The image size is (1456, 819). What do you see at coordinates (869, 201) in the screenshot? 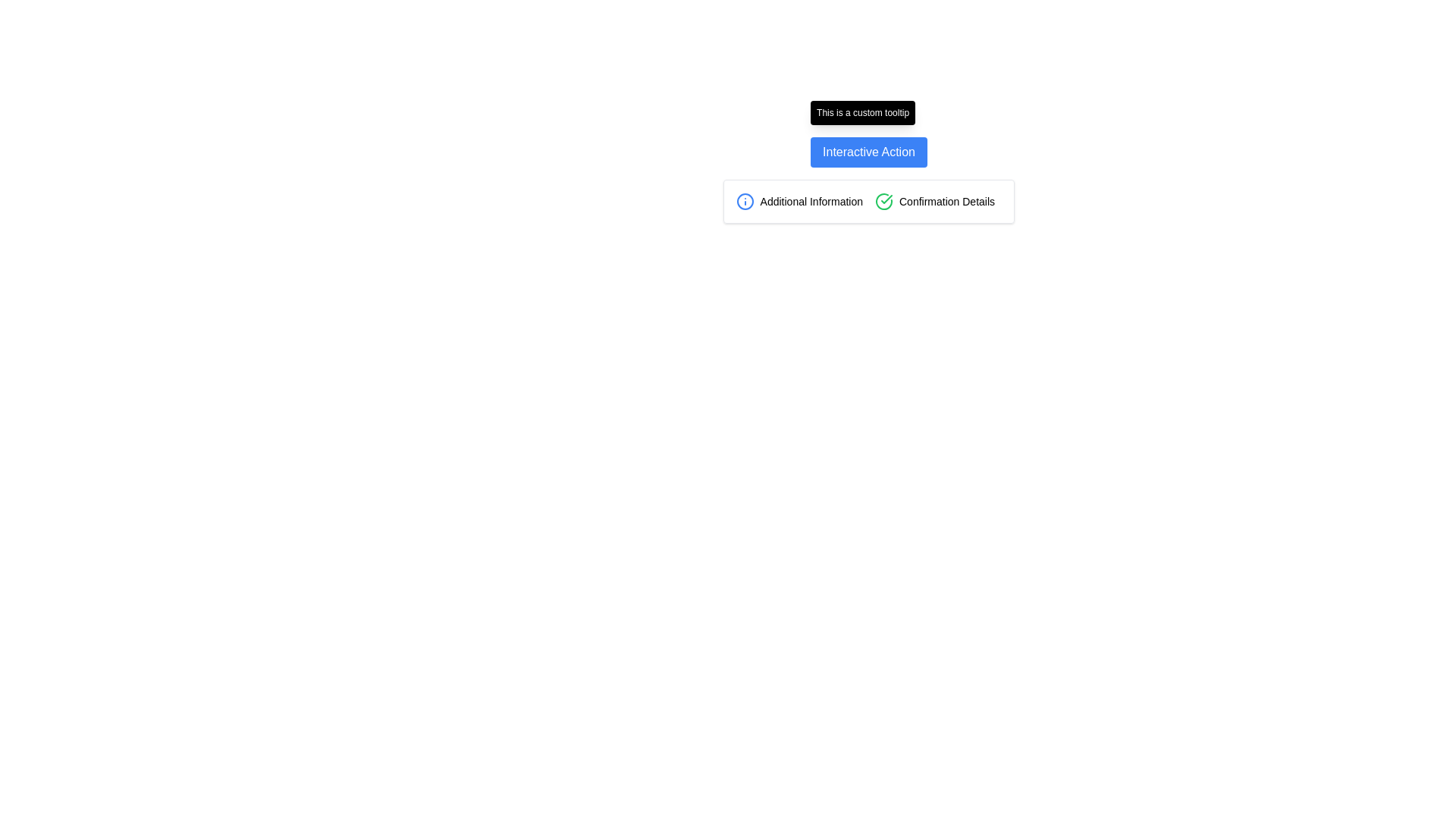
I see `the blue icon next to 'Additional Information' and the green check icon next to 'Confirmation Details'` at bounding box center [869, 201].